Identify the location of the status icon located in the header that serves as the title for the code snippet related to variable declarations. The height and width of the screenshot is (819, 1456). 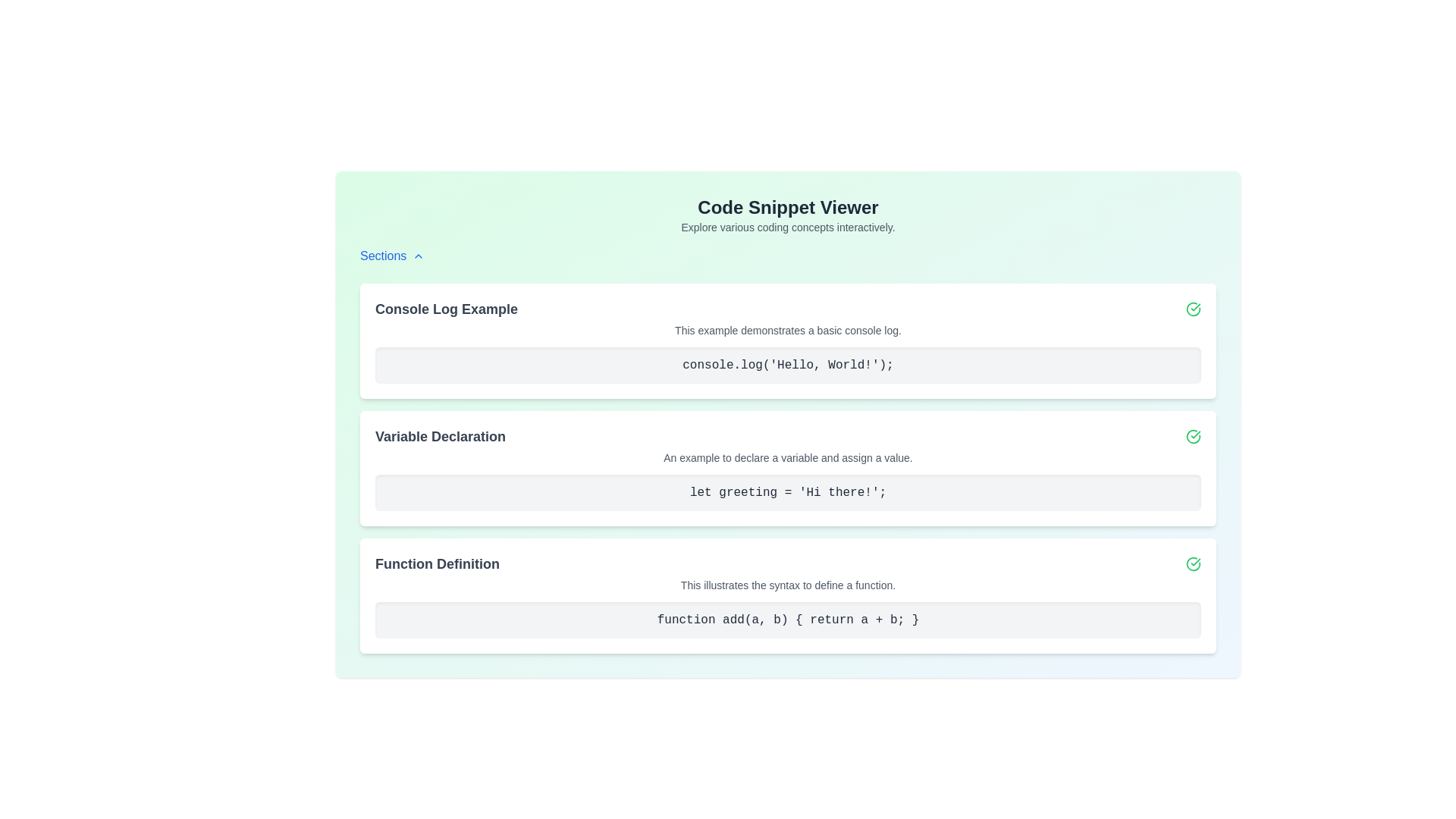
(788, 436).